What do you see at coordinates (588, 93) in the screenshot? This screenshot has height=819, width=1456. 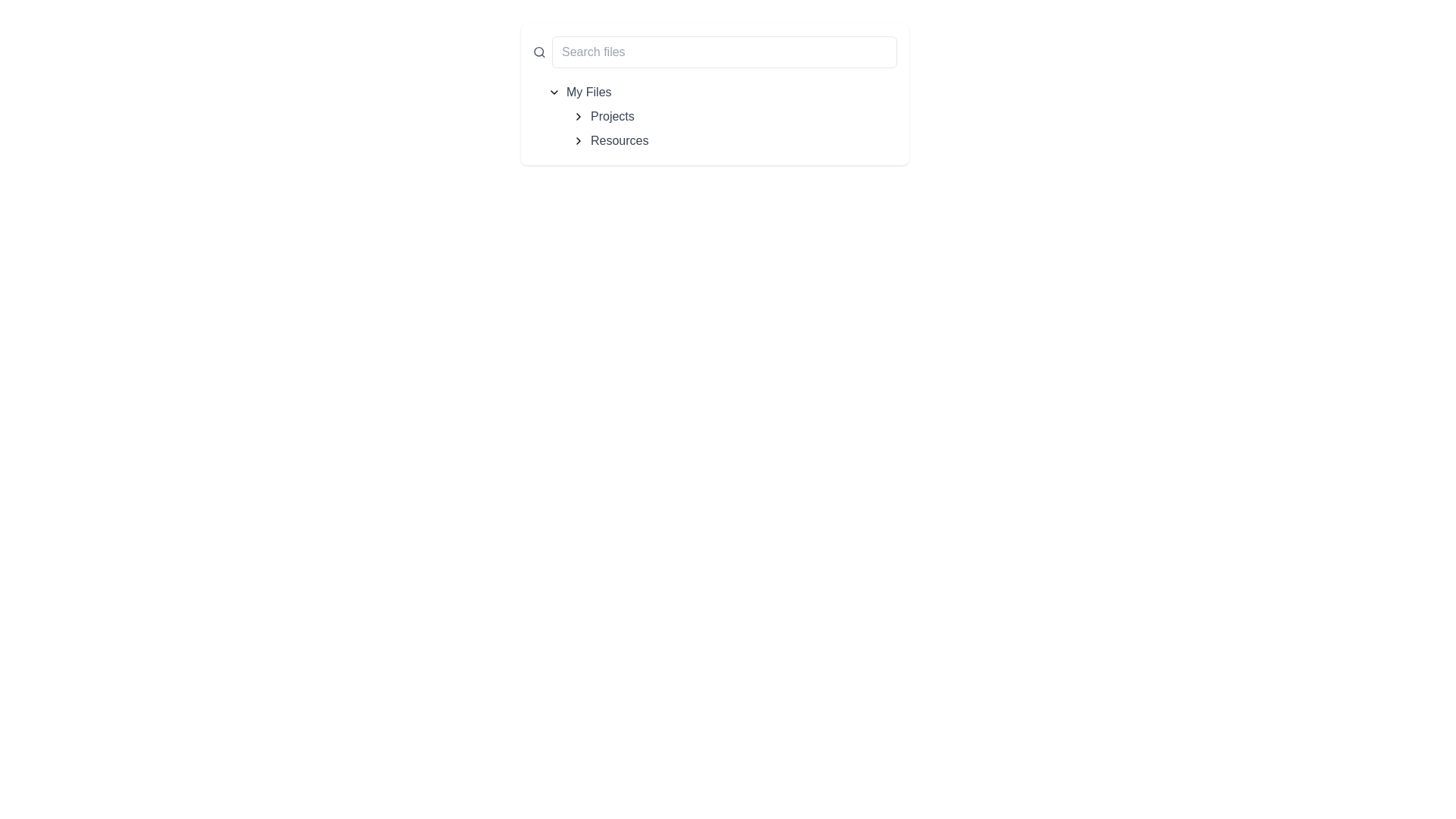 I see `text label that represents the collapsible section titled 'My Files', located to the right of the chevron-down icon` at bounding box center [588, 93].